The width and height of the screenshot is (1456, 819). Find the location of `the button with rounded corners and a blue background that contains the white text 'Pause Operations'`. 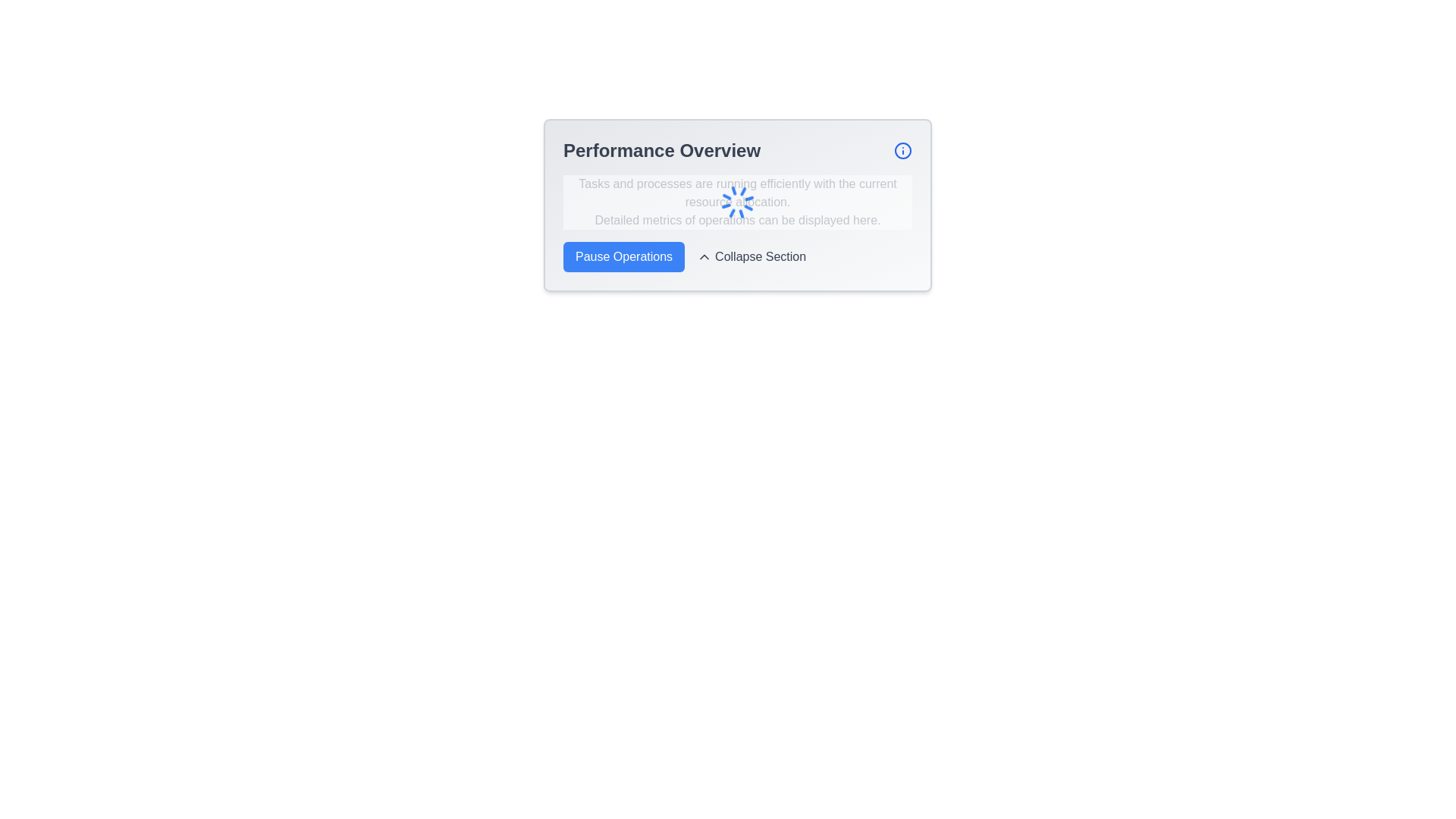

the button with rounded corners and a blue background that contains the white text 'Pause Operations' is located at coordinates (624, 256).